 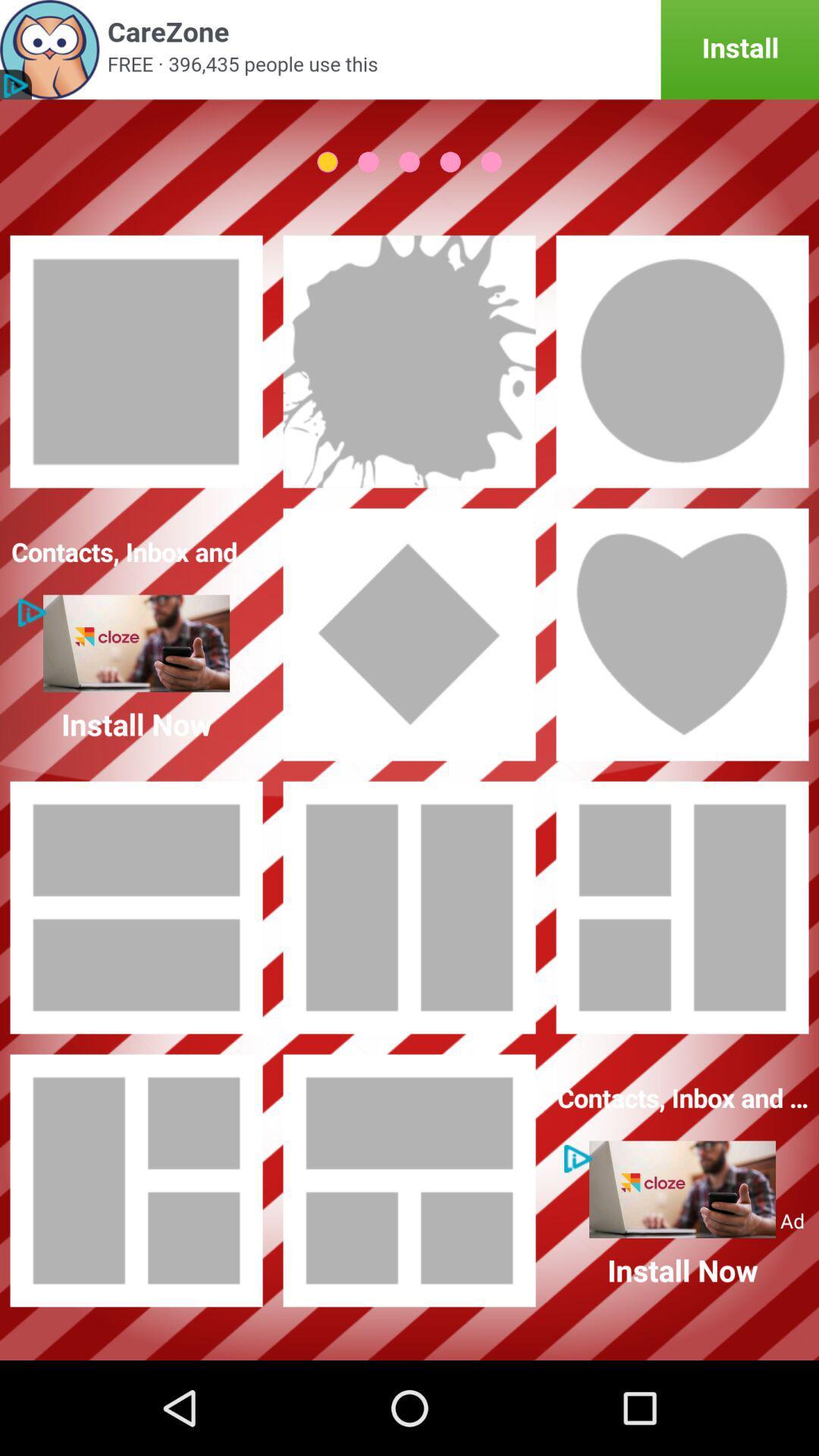 What do you see at coordinates (681, 634) in the screenshot?
I see `button` at bounding box center [681, 634].